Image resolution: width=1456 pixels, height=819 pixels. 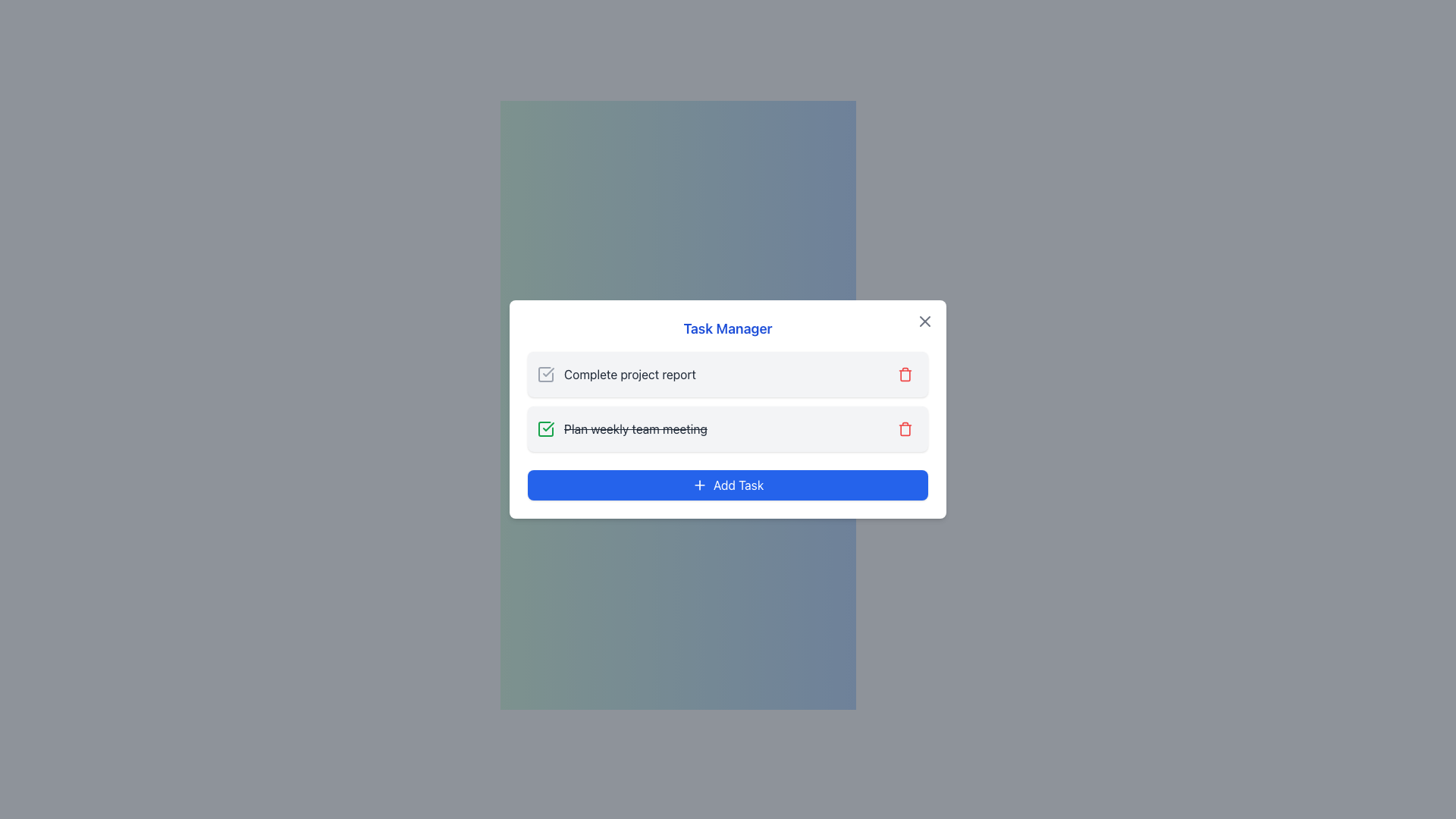 What do you see at coordinates (728, 374) in the screenshot?
I see `the first task item in the Task Manager section` at bounding box center [728, 374].